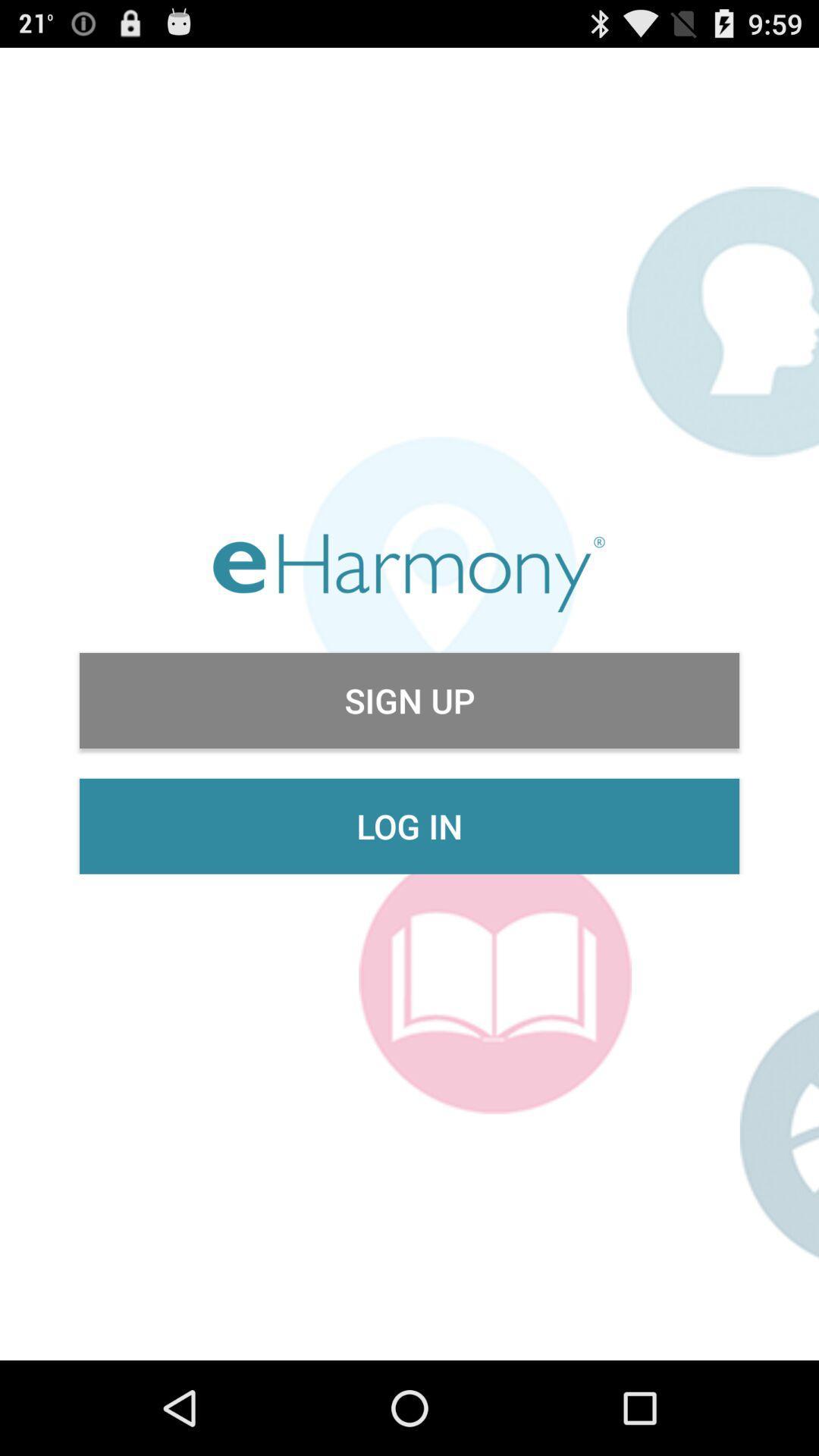 This screenshot has height=1456, width=819. I want to click on the log in icon, so click(409, 825).